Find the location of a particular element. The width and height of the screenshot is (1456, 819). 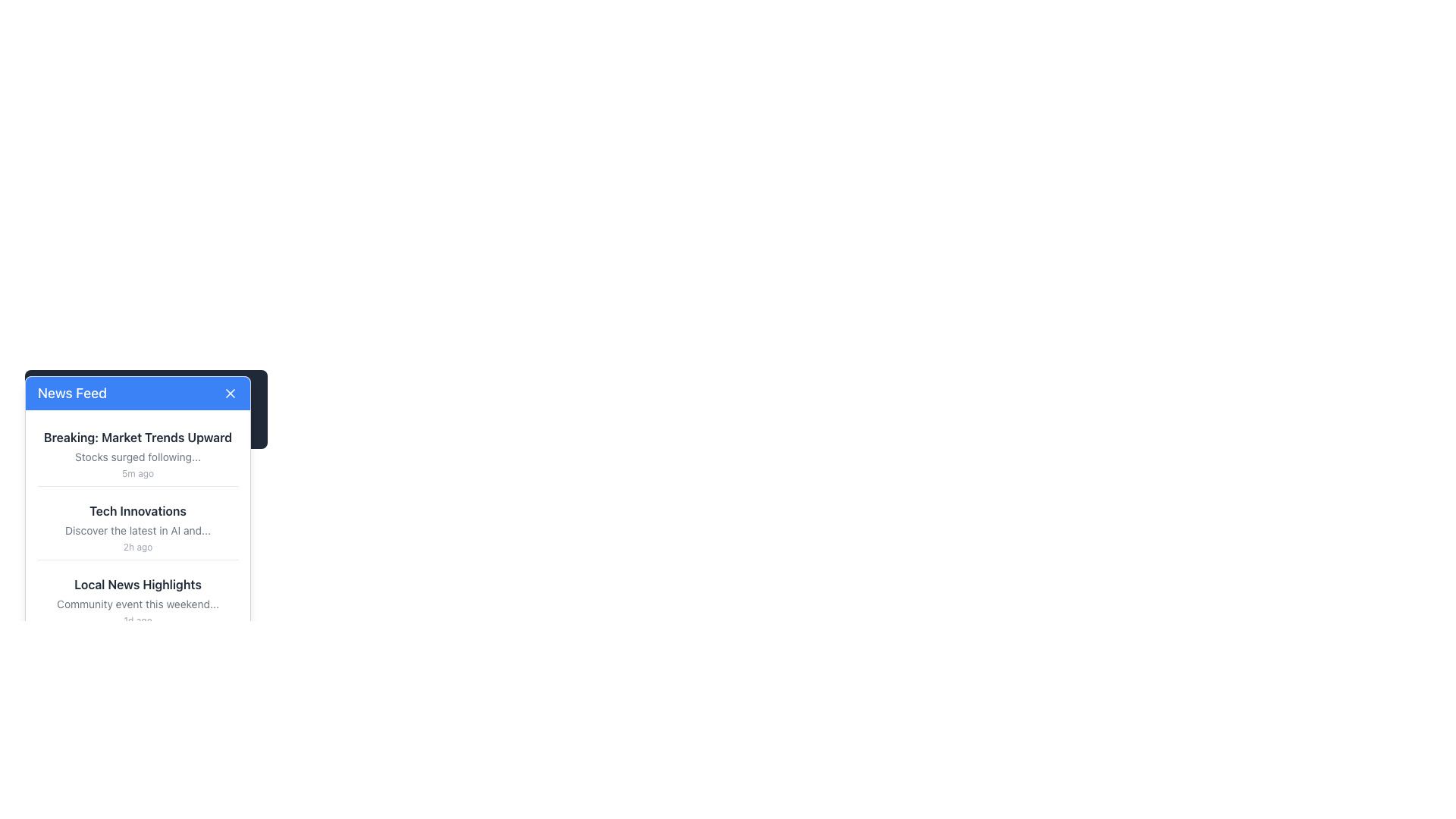

a headline in the News Feed section is located at coordinates (138, 526).